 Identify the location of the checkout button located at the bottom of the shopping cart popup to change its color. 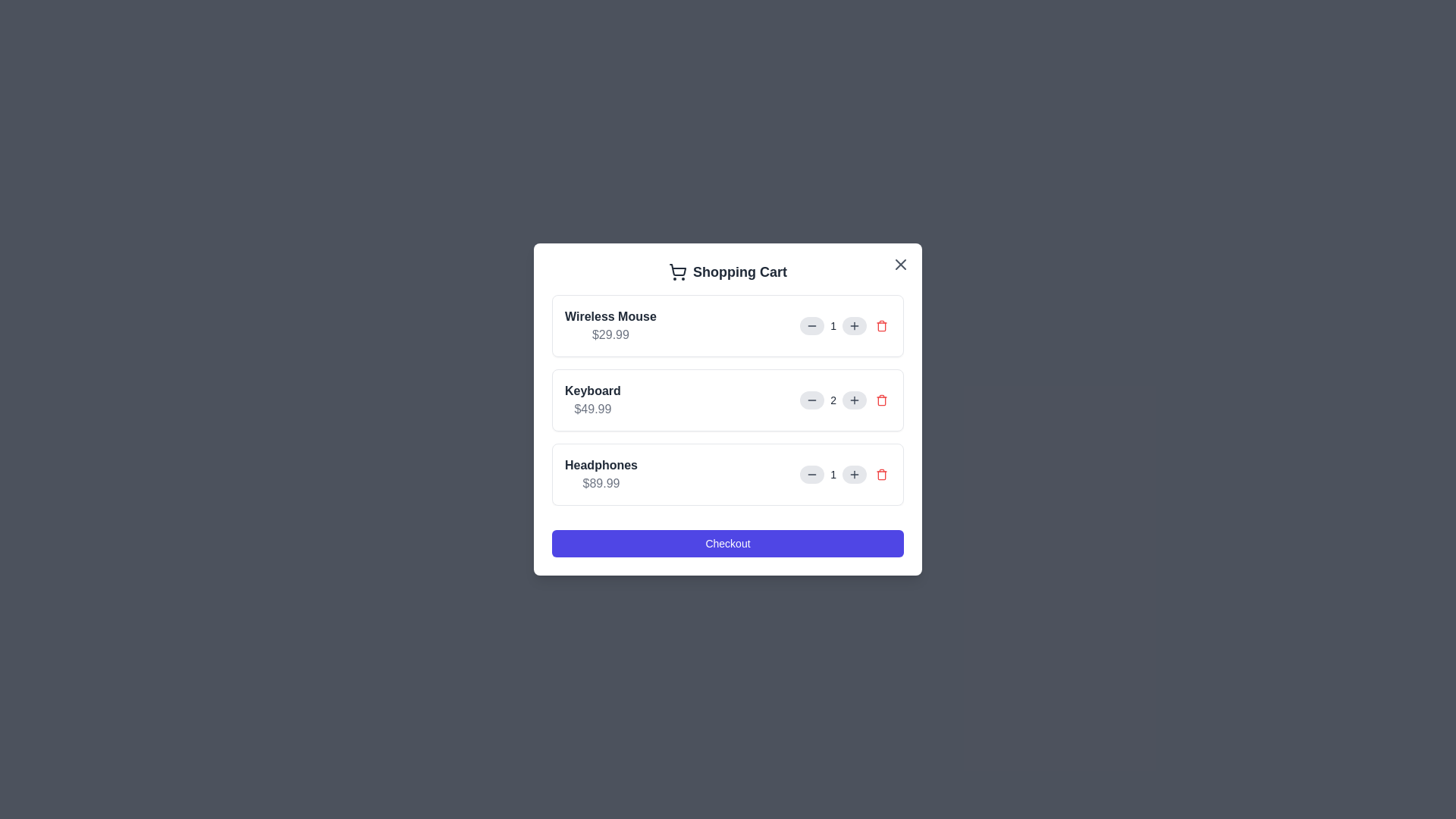
(728, 543).